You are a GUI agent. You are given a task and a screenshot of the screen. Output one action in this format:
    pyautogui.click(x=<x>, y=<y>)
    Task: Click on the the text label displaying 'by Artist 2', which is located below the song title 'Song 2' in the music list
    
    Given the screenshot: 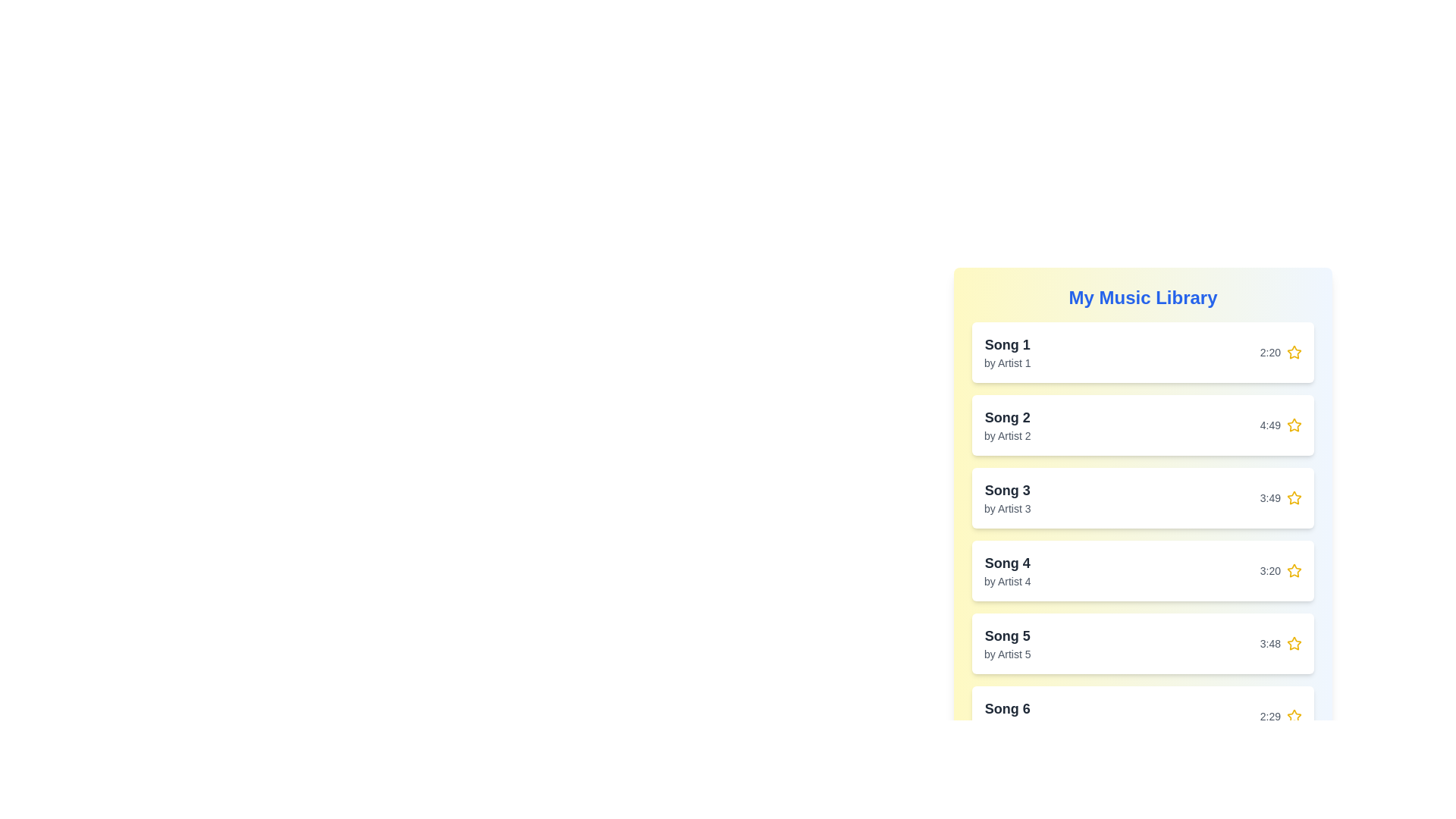 What is the action you would take?
    pyautogui.click(x=1007, y=435)
    